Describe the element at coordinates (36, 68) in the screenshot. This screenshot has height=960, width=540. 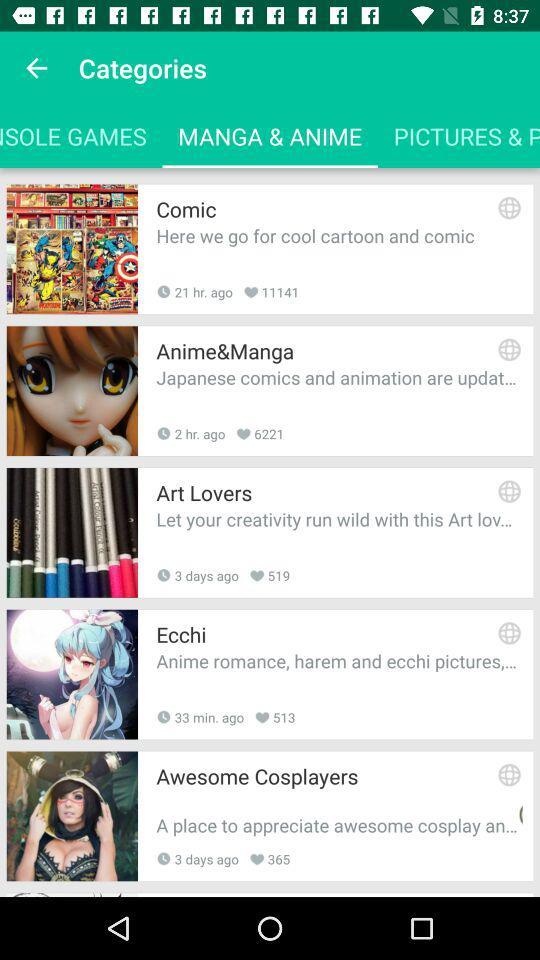
I see `item above pc & console games icon` at that location.